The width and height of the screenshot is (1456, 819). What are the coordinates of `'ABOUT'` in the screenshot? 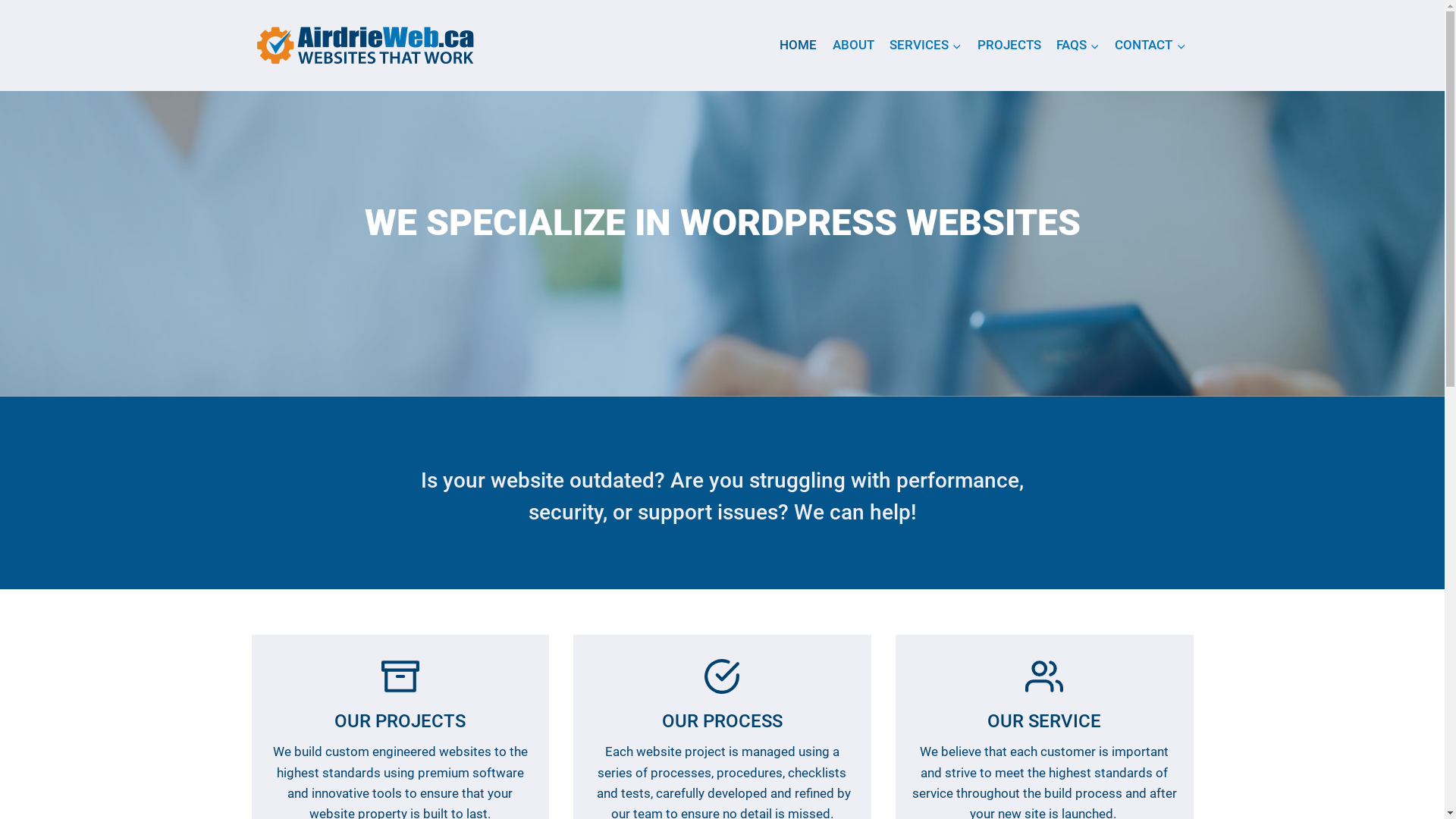 It's located at (853, 45).